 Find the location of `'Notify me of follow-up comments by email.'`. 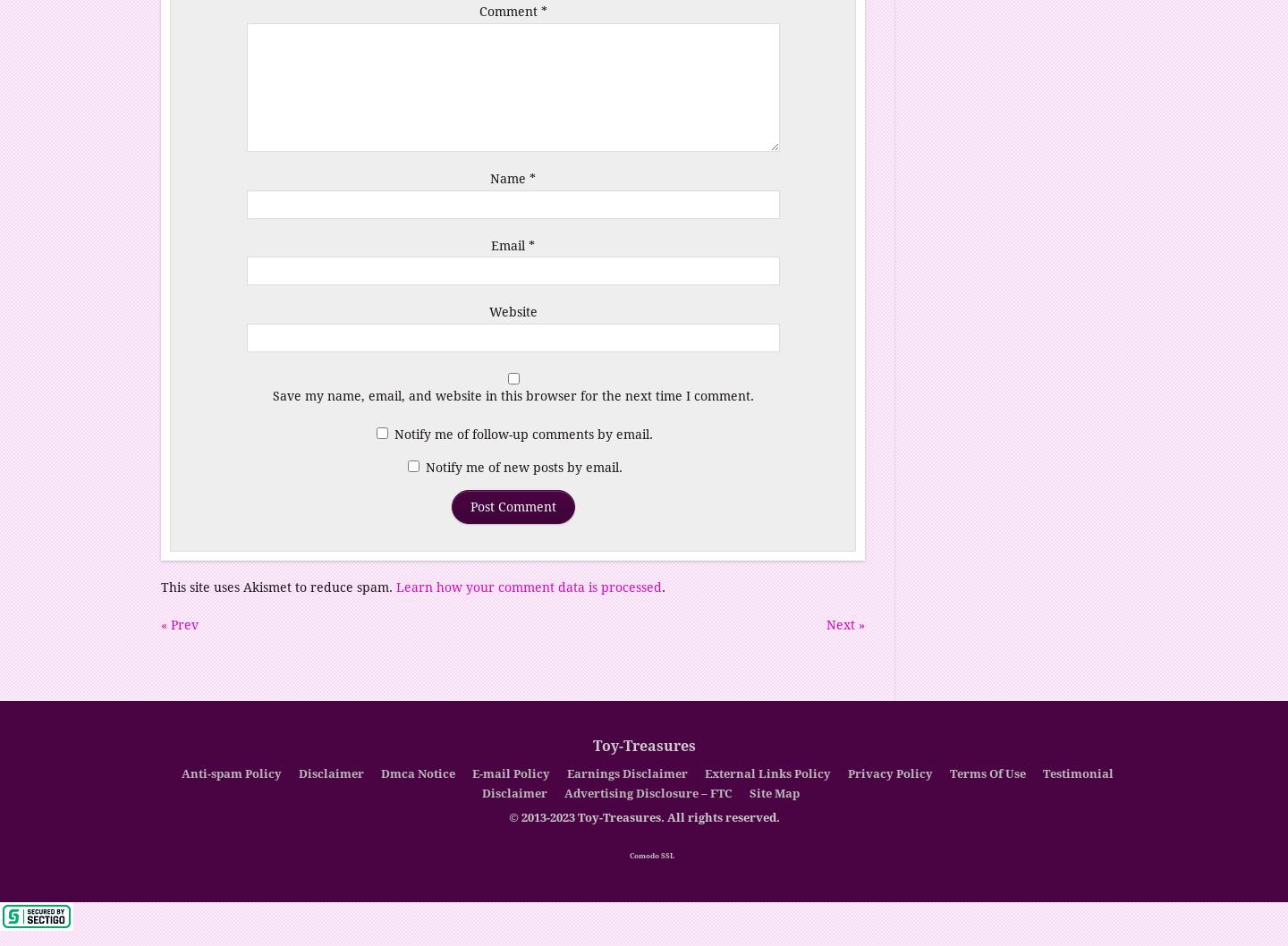

'Notify me of follow-up comments by email.' is located at coordinates (523, 432).